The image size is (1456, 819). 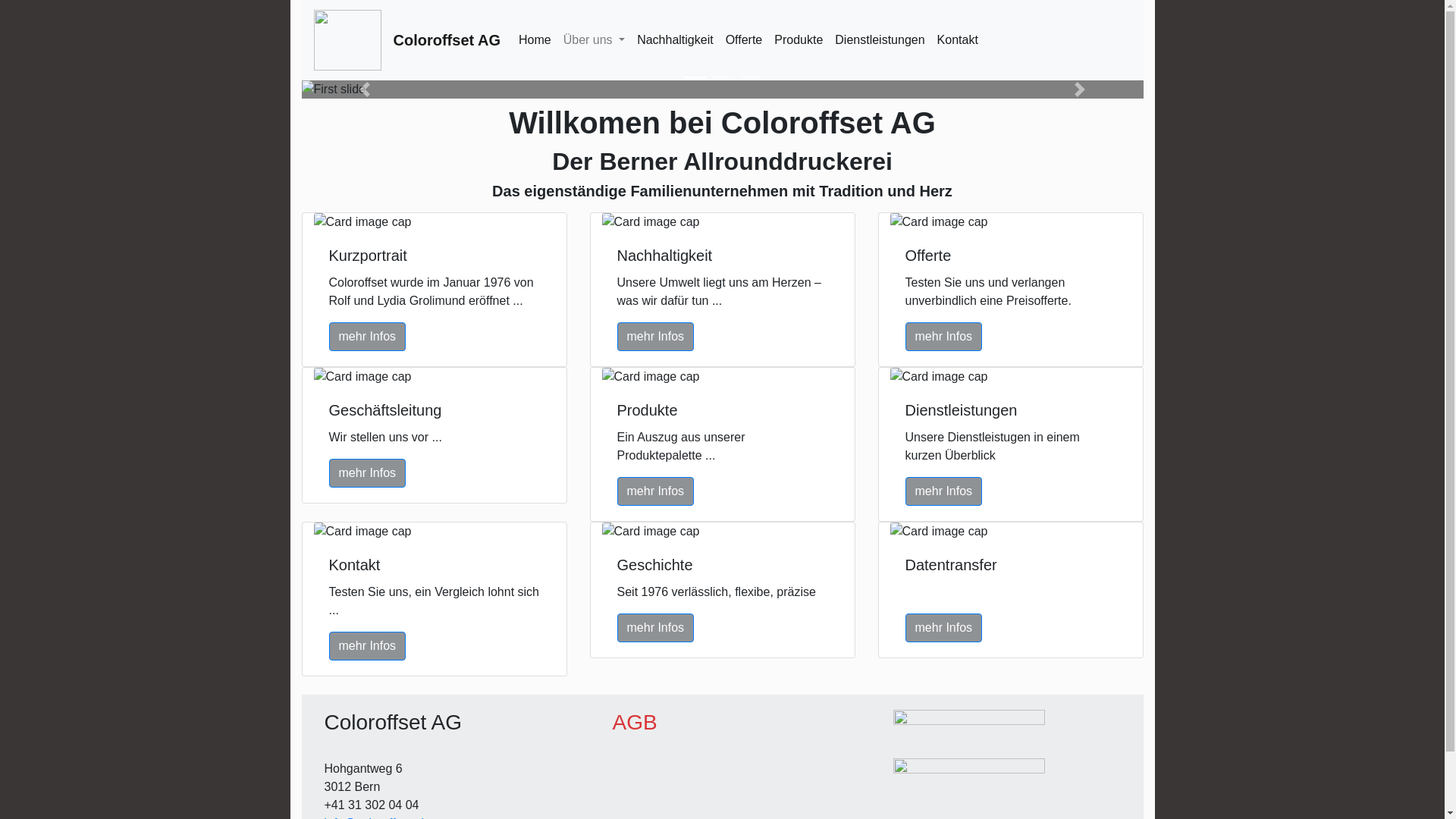 What do you see at coordinates (630, 39) in the screenshot?
I see `'Nachhaltigkeit` at bounding box center [630, 39].